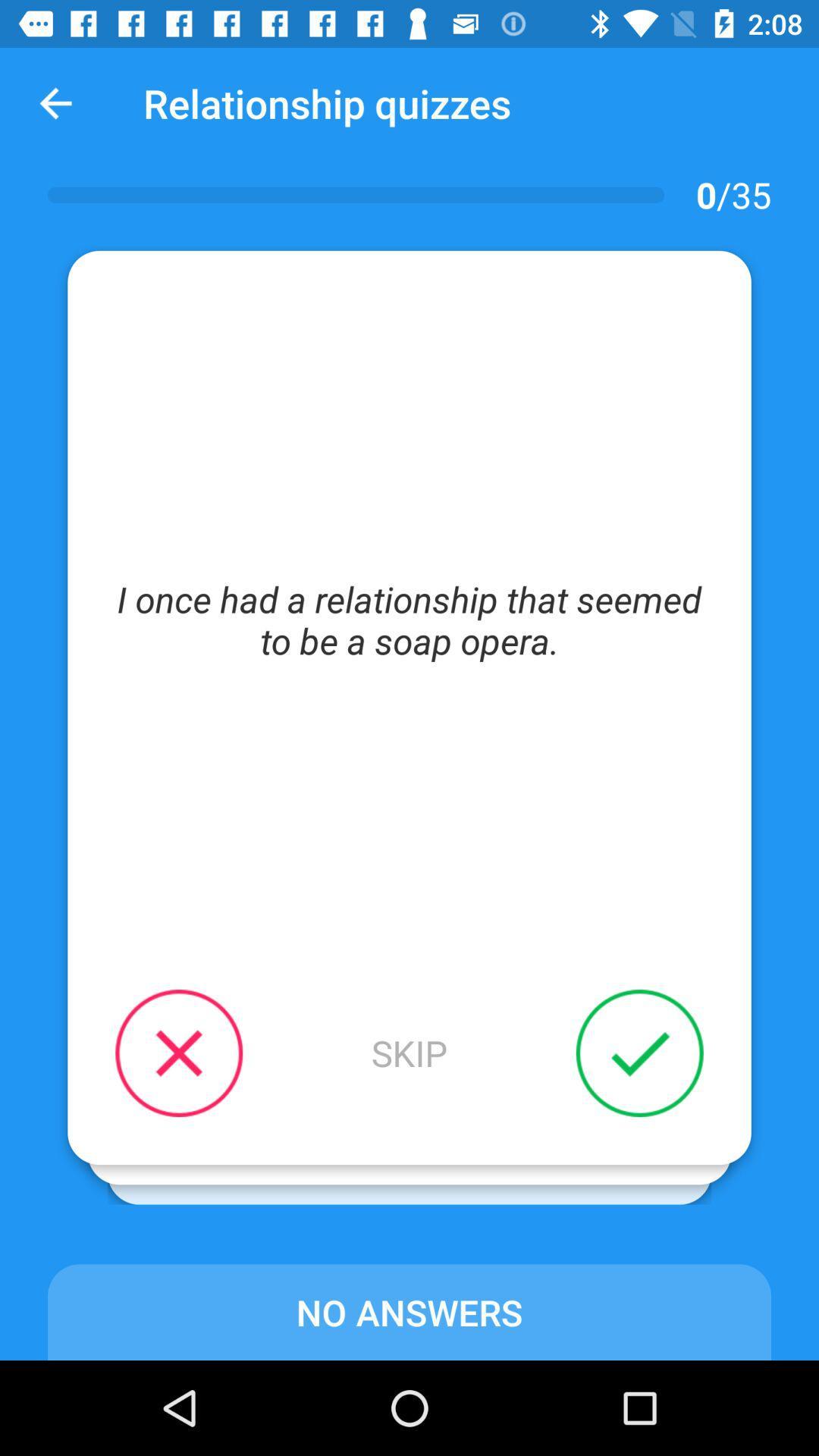 This screenshot has height=1456, width=819. Describe the element at coordinates (409, 1311) in the screenshot. I see `the text which is at the bottom of the page` at that location.